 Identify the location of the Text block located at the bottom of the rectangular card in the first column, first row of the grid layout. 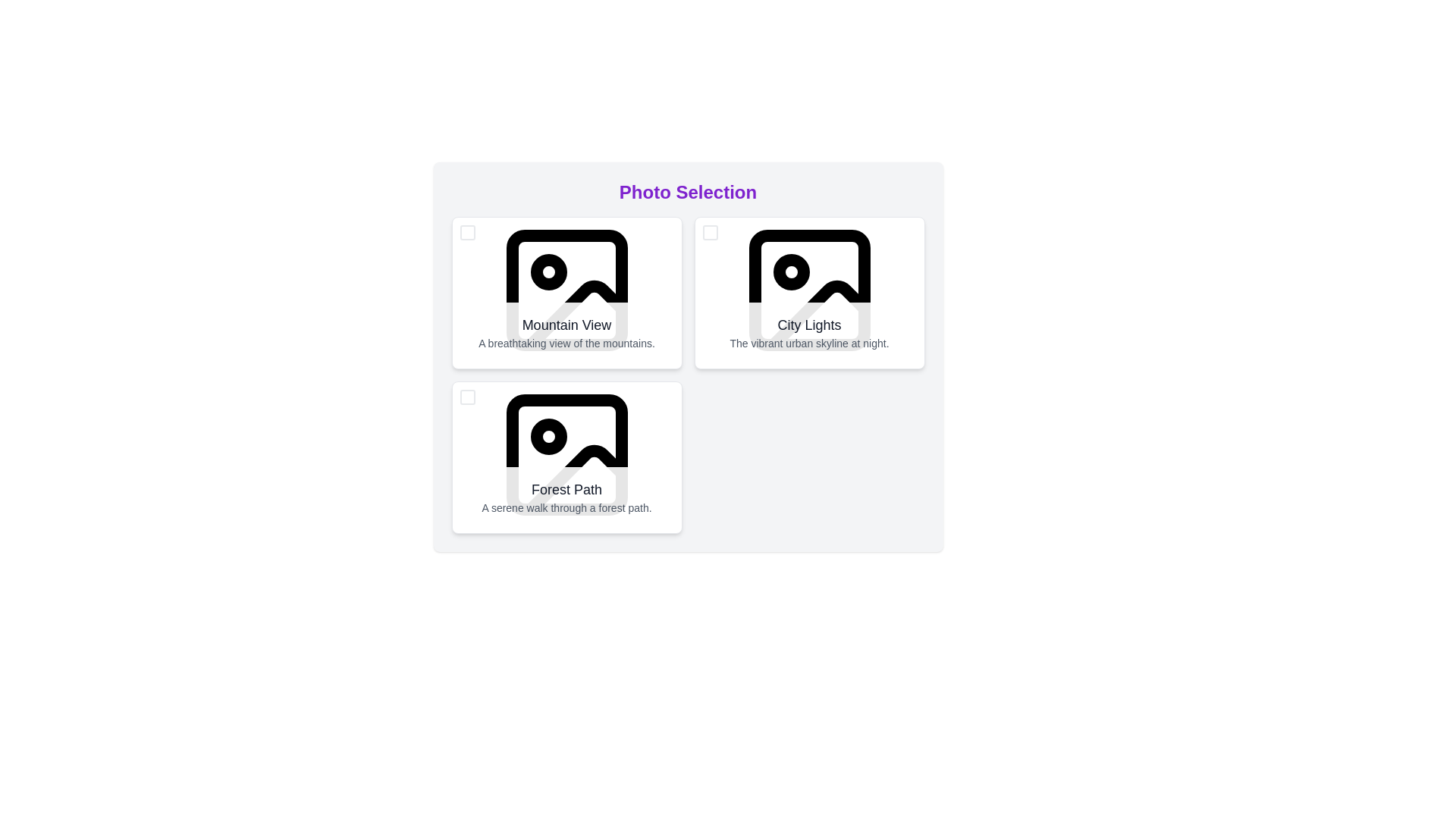
(566, 332).